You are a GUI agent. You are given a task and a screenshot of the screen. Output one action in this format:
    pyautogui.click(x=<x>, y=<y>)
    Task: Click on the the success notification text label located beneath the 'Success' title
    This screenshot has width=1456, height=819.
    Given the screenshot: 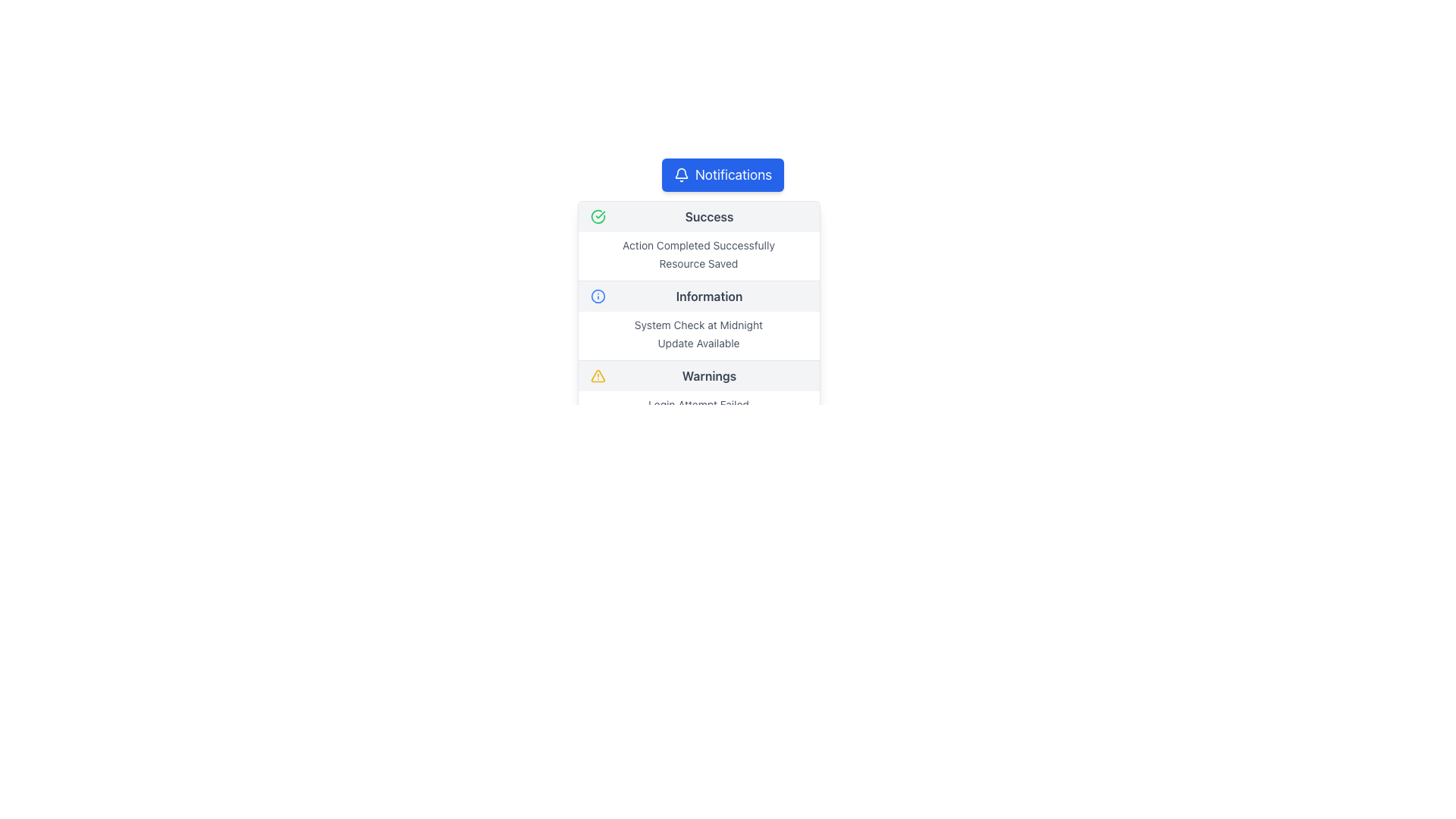 What is the action you would take?
    pyautogui.click(x=698, y=245)
    